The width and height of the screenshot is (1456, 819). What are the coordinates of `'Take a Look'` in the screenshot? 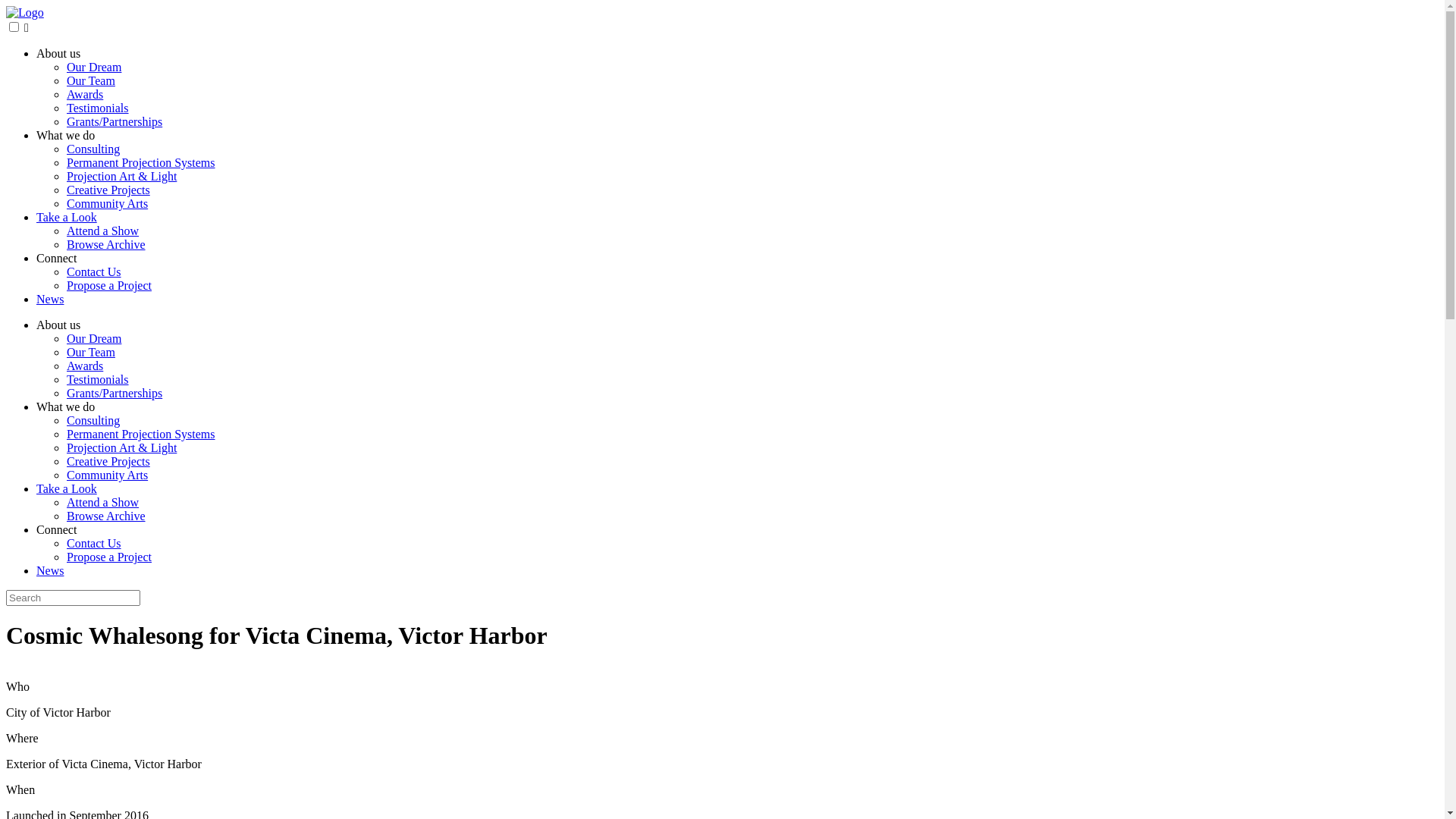 It's located at (65, 217).